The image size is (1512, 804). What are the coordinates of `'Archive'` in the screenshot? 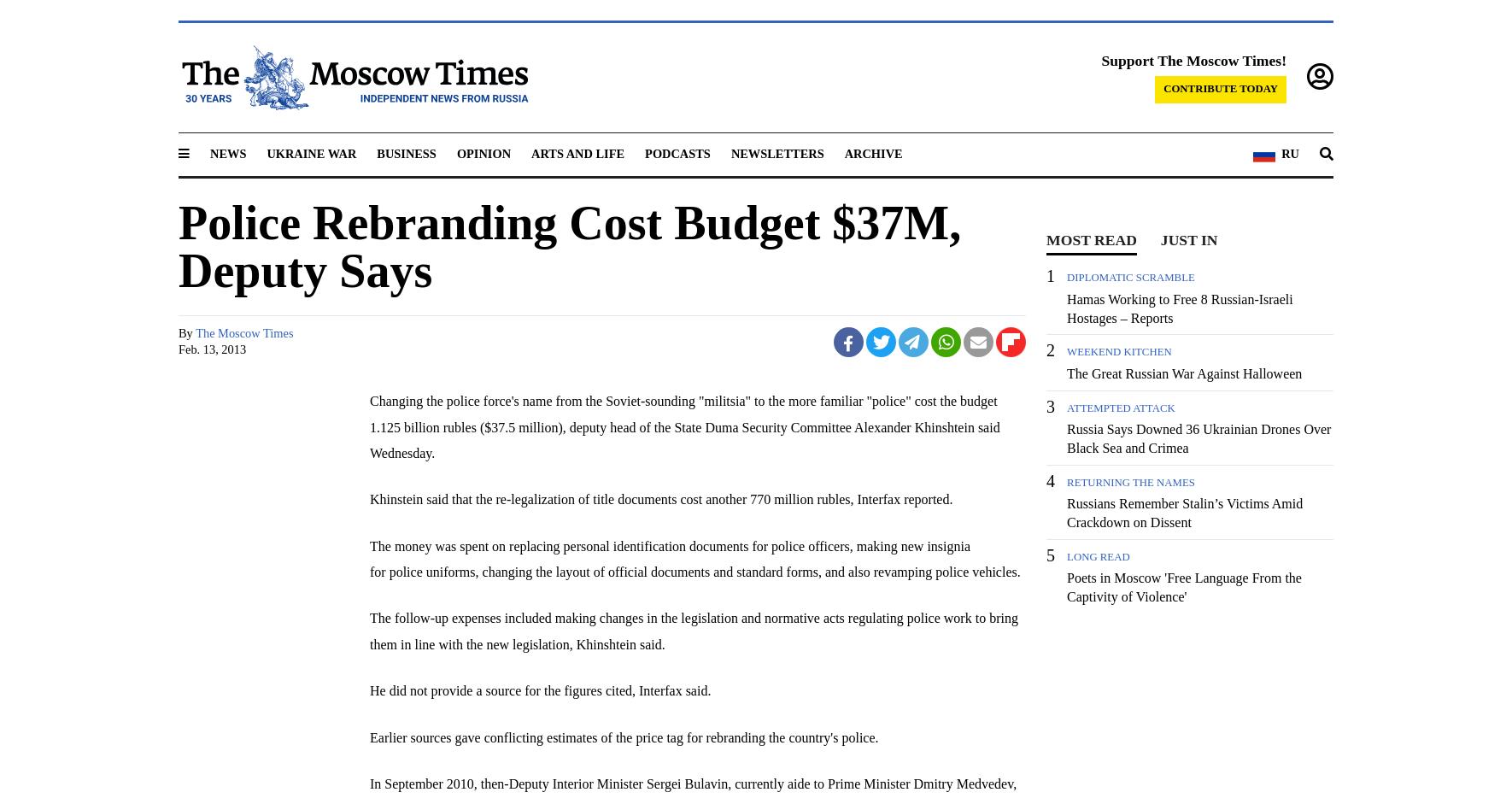 It's located at (871, 154).